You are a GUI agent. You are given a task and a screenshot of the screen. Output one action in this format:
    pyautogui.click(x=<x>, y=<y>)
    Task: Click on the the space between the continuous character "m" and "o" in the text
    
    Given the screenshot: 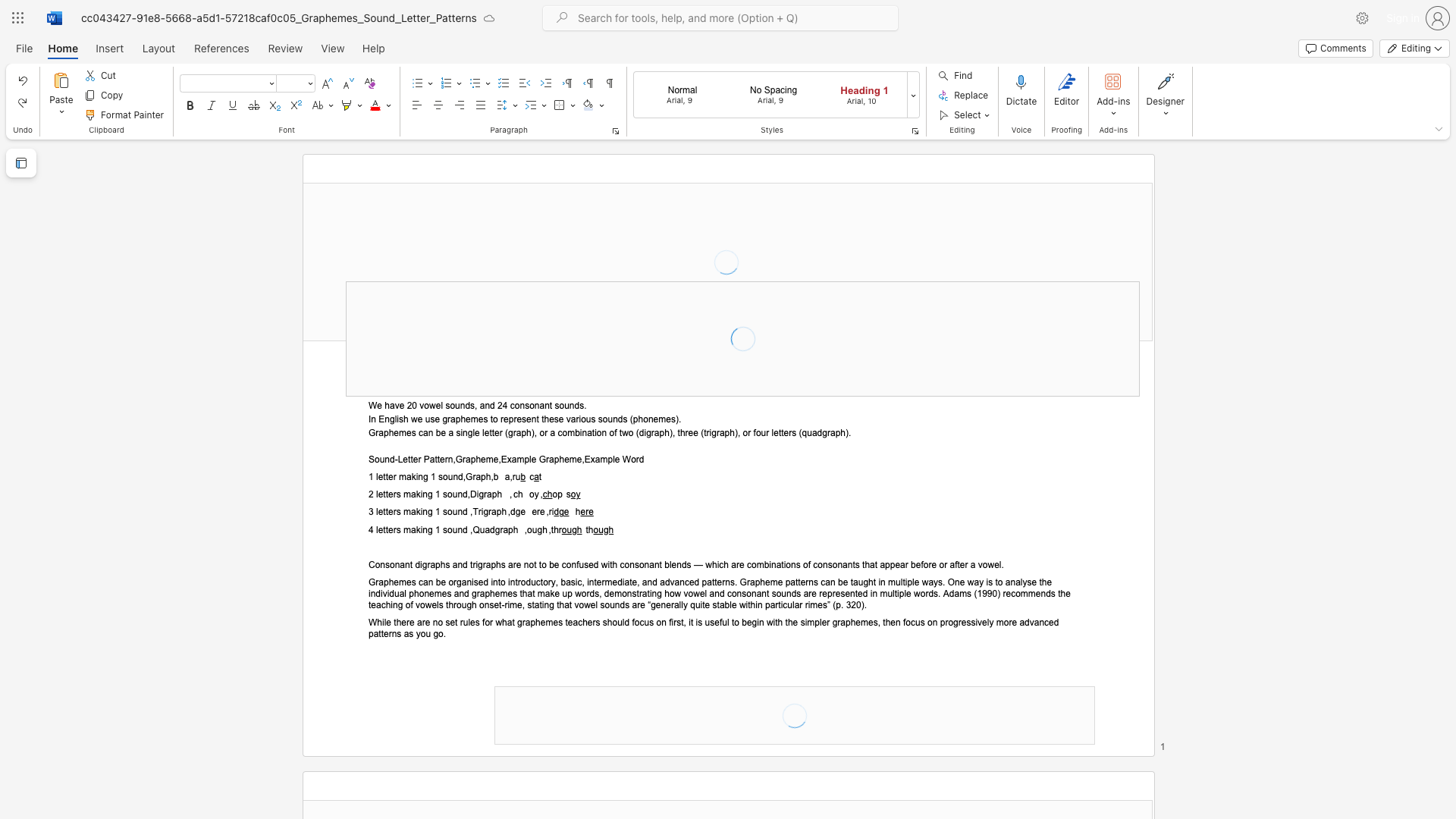 What is the action you would take?
    pyautogui.click(x=1003, y=623)
    